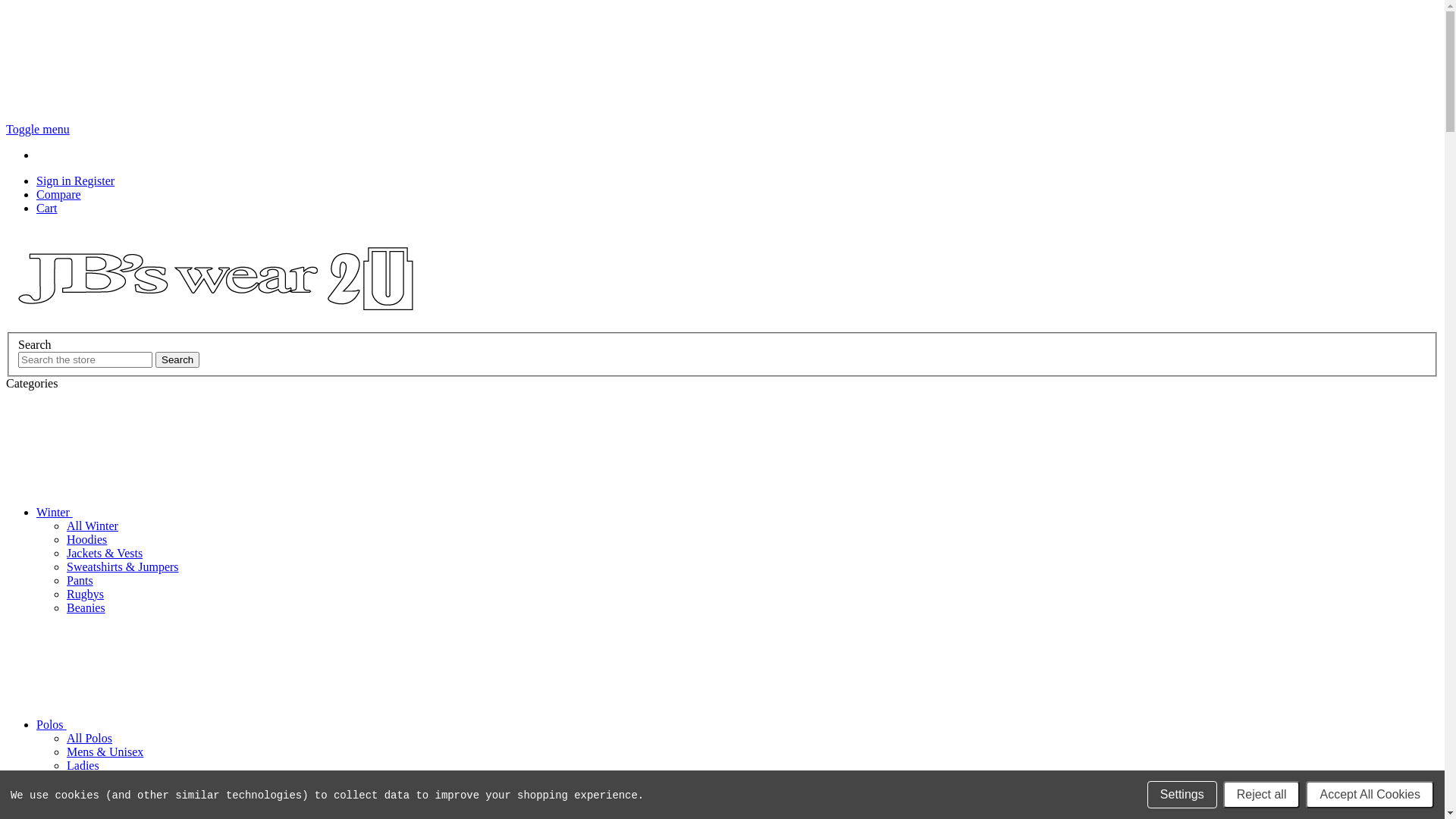  What do you see at coordinates (37, 128) in the screenshot?
I see `'Toggle menu'` at bounding box center [37, 128].